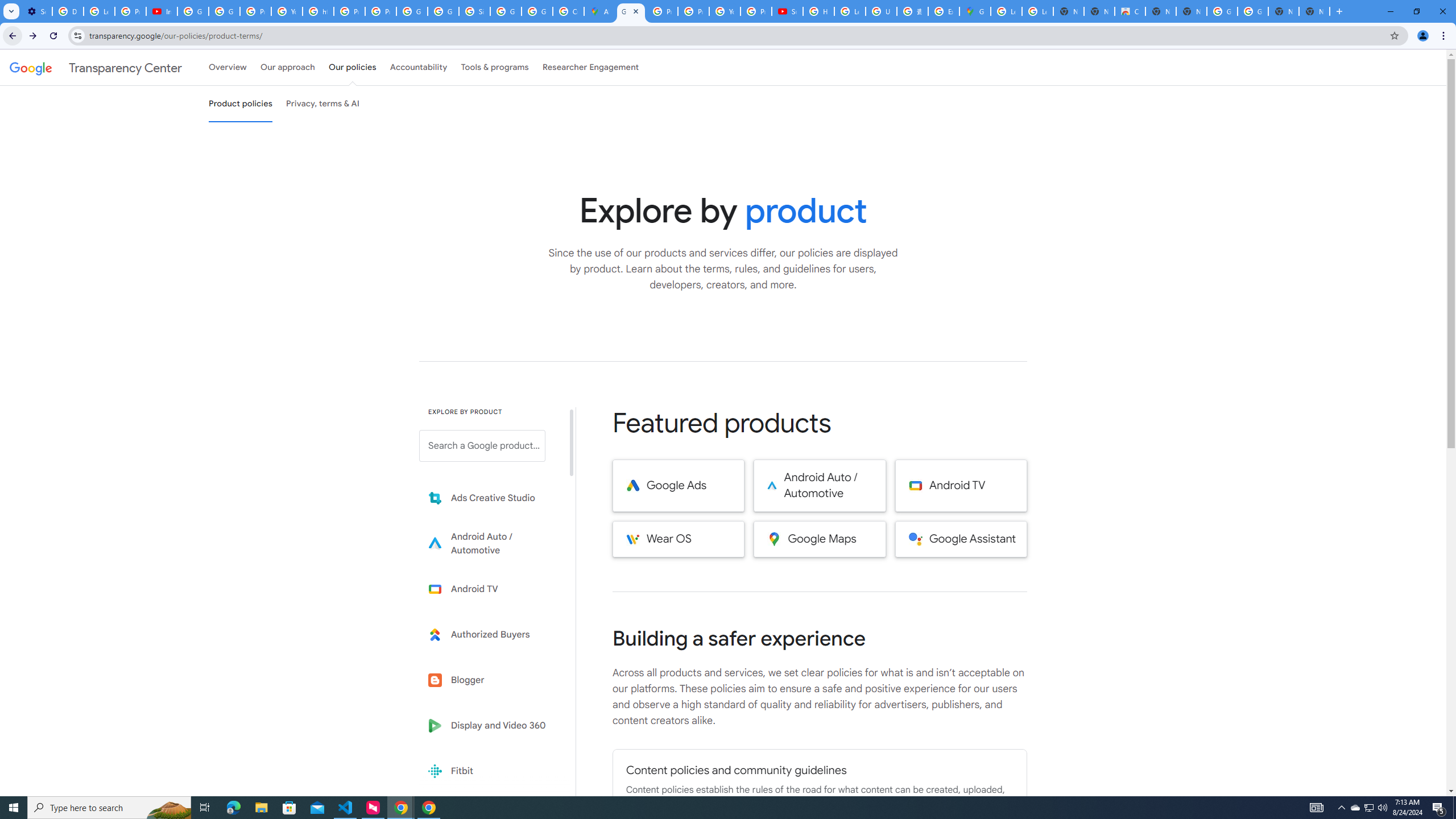 The width and height of the screenshot is (1456, 819). Describe the element at coordinates (162, 11) in the screenshot. I see `'Introduction | Google Privacy Policy - YouTube'` at that location.